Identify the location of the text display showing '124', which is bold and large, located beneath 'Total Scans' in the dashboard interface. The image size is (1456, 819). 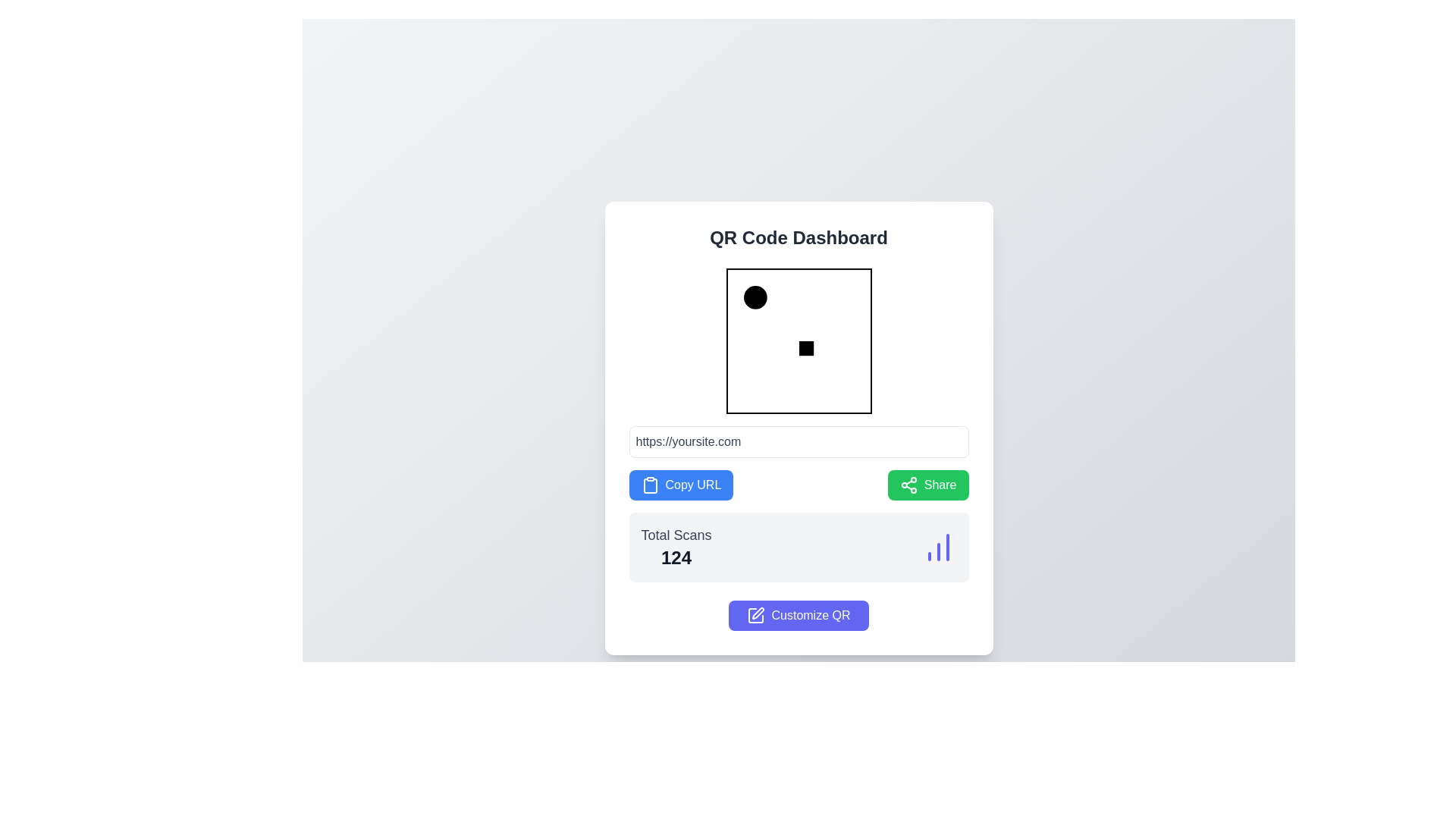
(676, 558).